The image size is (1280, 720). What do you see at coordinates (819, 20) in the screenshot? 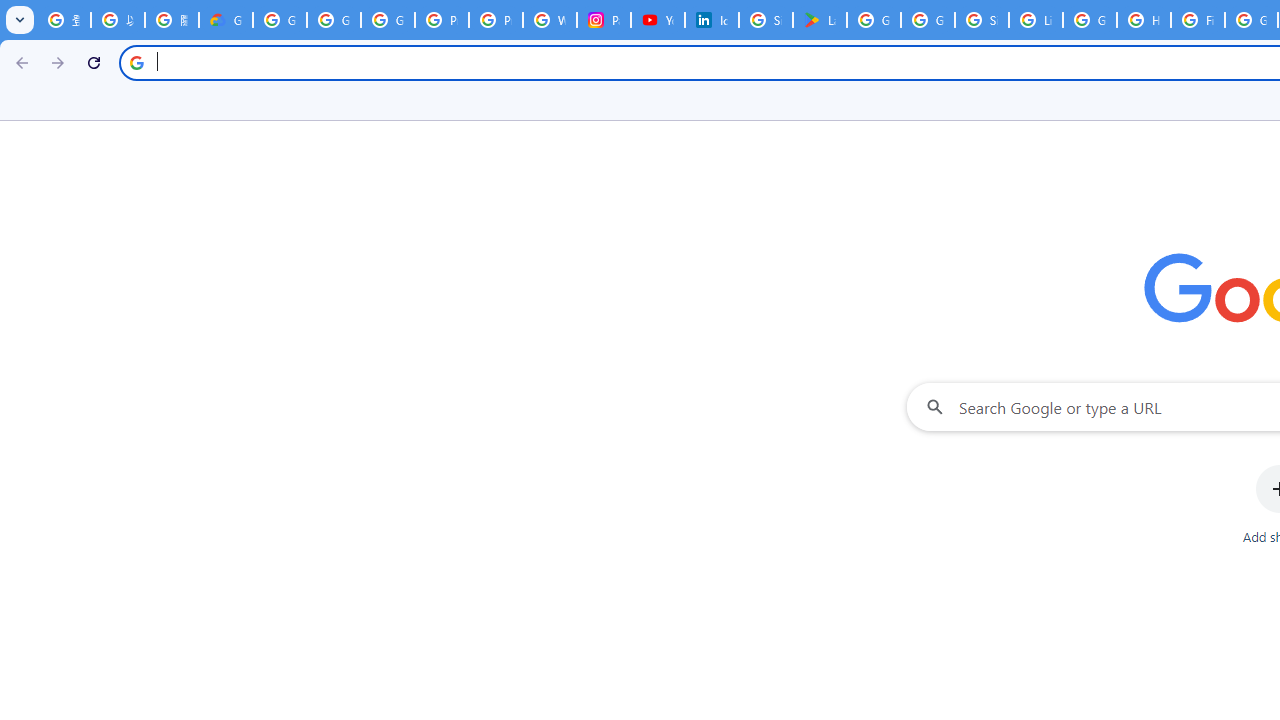
I see `'Last Shelter: Survival - Apps on Google Play'` at bounding box center [819, 20].